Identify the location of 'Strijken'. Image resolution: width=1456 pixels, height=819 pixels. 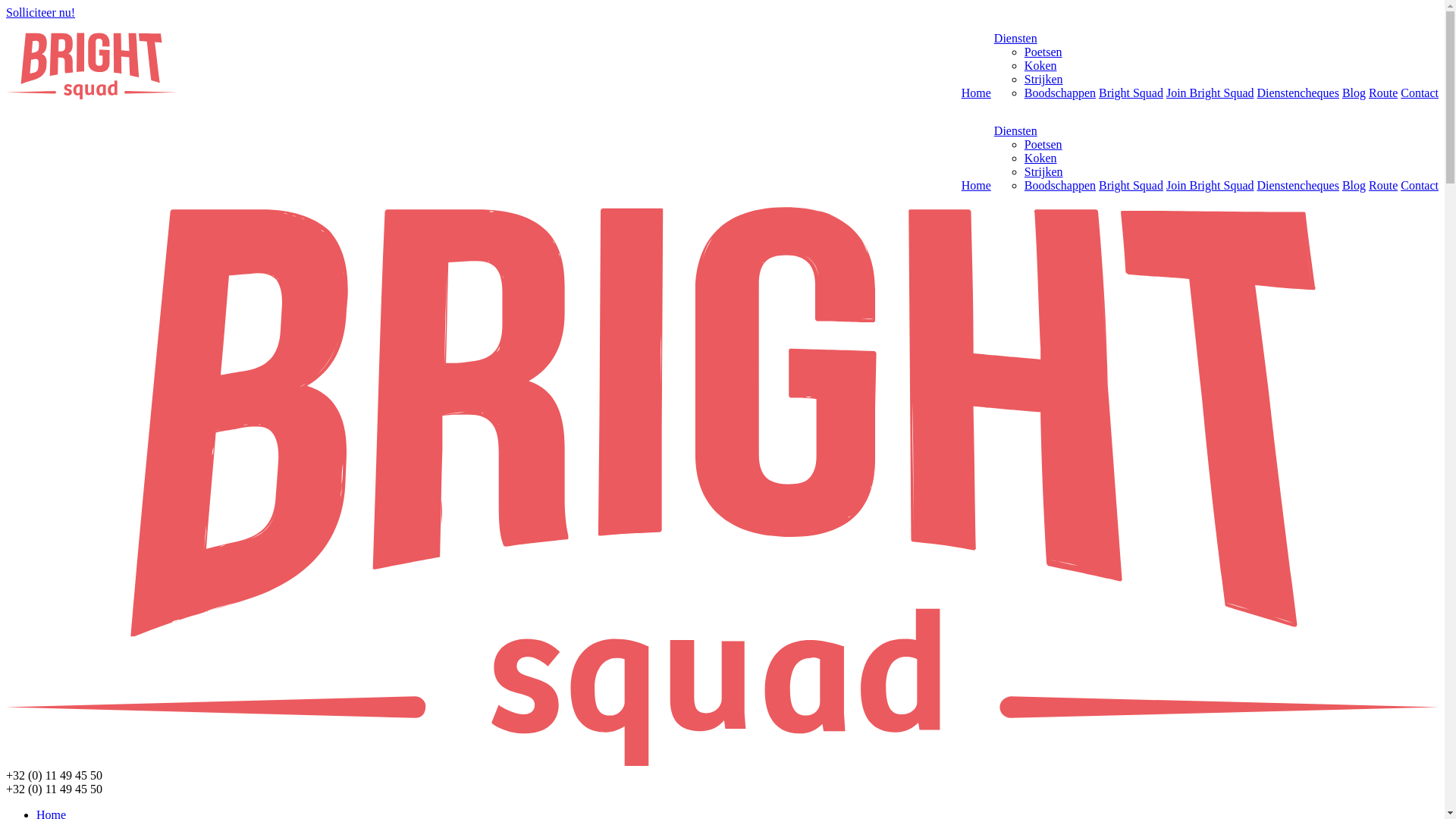
(1043, 171).